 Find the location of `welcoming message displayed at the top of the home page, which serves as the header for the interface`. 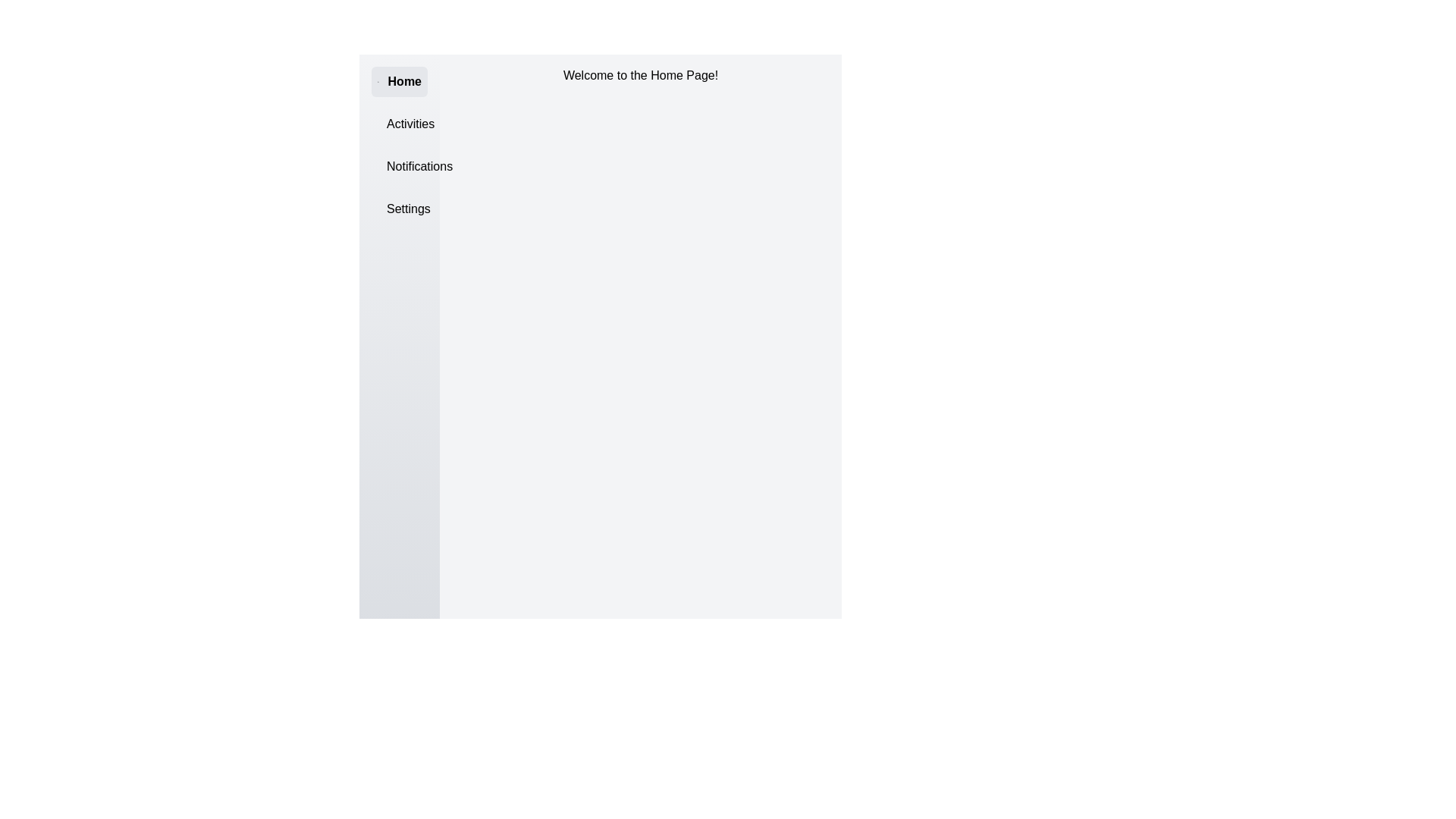

welcoming message displayed at the top of the home page, which serves as the header for the interface is located at coordinates (640, 76).